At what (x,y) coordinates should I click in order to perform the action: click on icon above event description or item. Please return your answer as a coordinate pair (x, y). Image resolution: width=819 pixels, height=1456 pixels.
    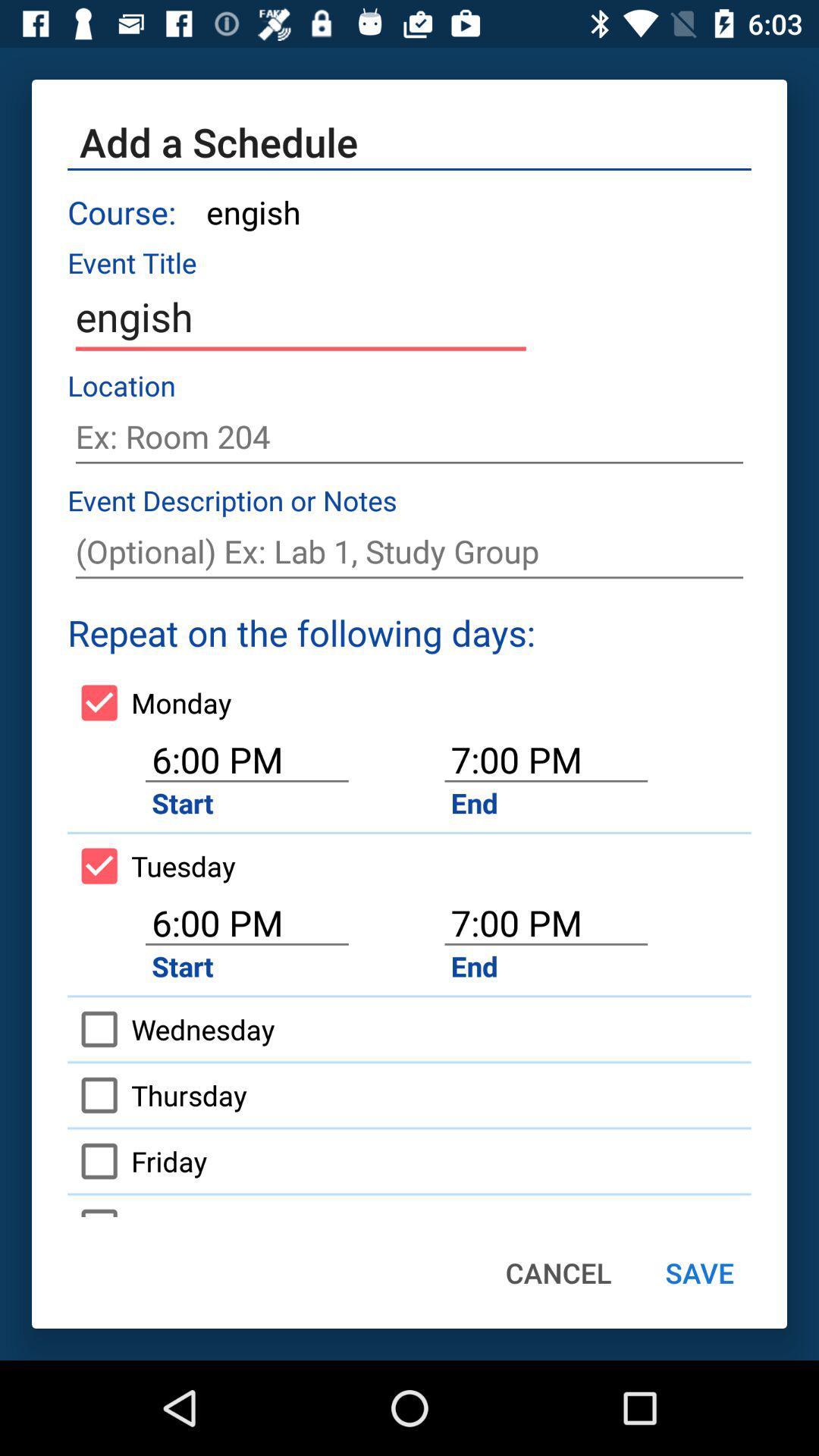
    Looking at the image, I should click on (409, 436).